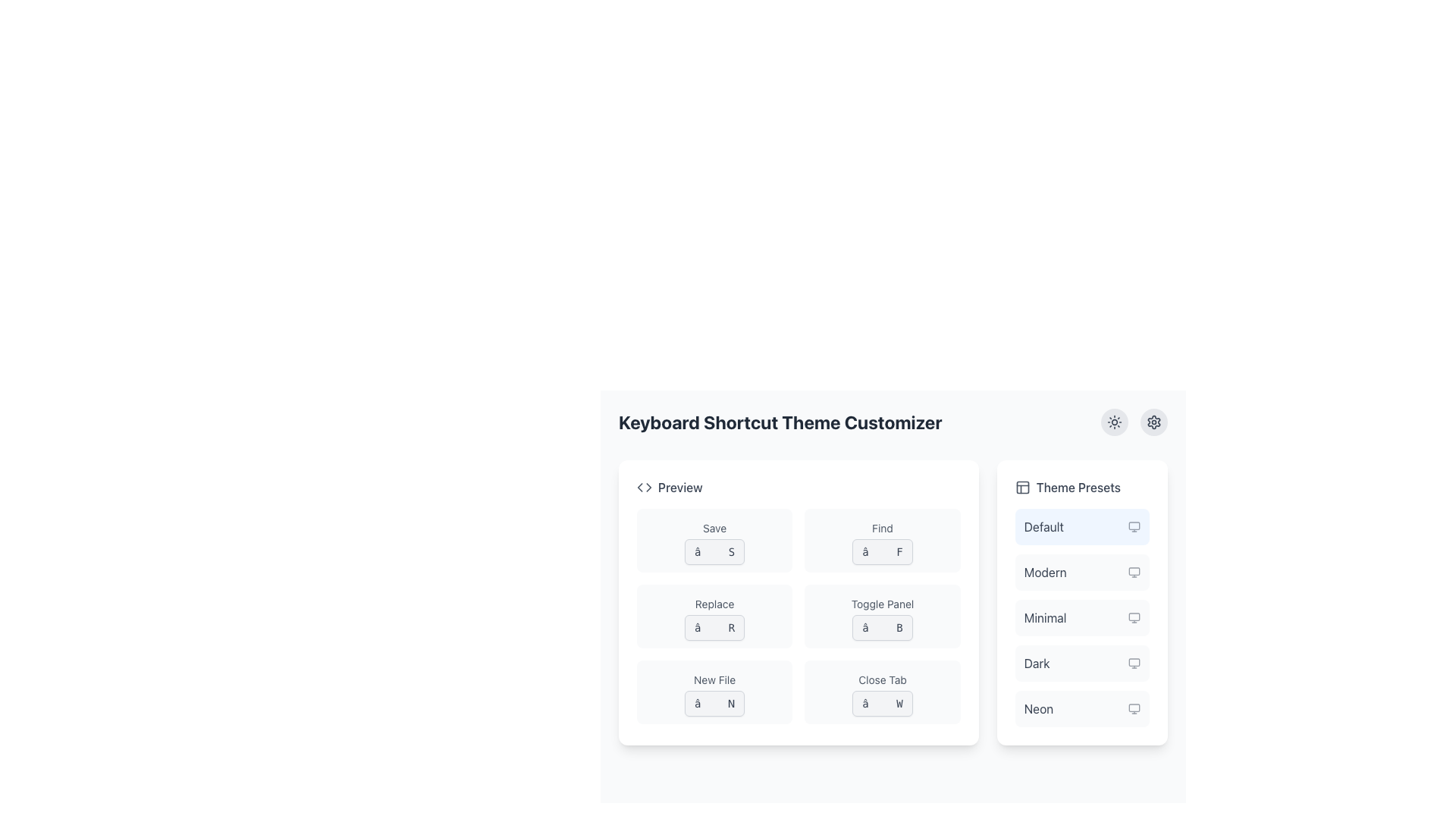 This screenshot has width=1456, height=819. Describe the element at coordinates (1153, 422) in the screenshot. I see `the gear icon located in the top-right corner of the application interface` at that location.